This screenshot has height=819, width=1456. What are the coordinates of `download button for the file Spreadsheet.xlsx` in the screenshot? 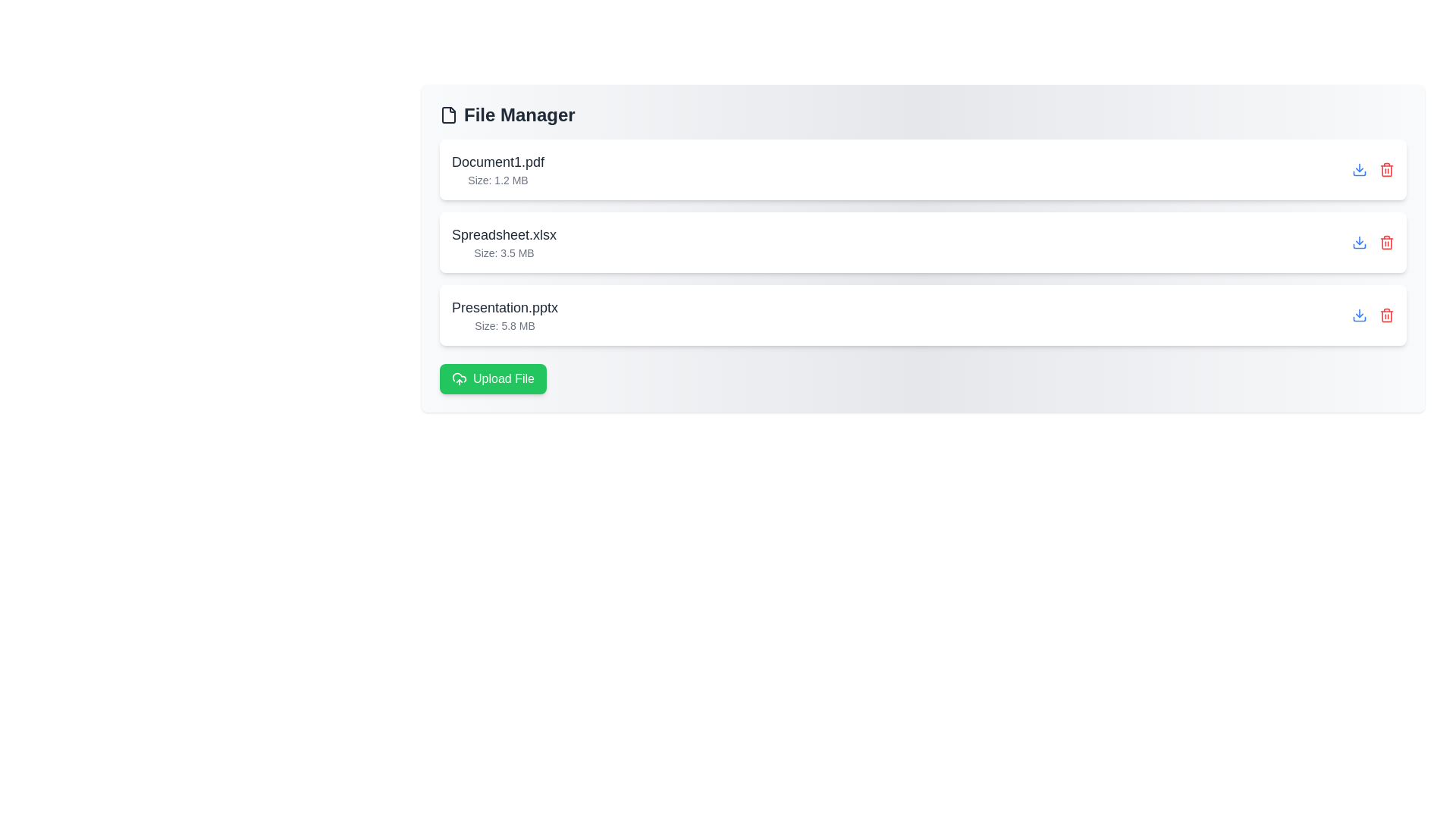 It's located at (1360, 242).